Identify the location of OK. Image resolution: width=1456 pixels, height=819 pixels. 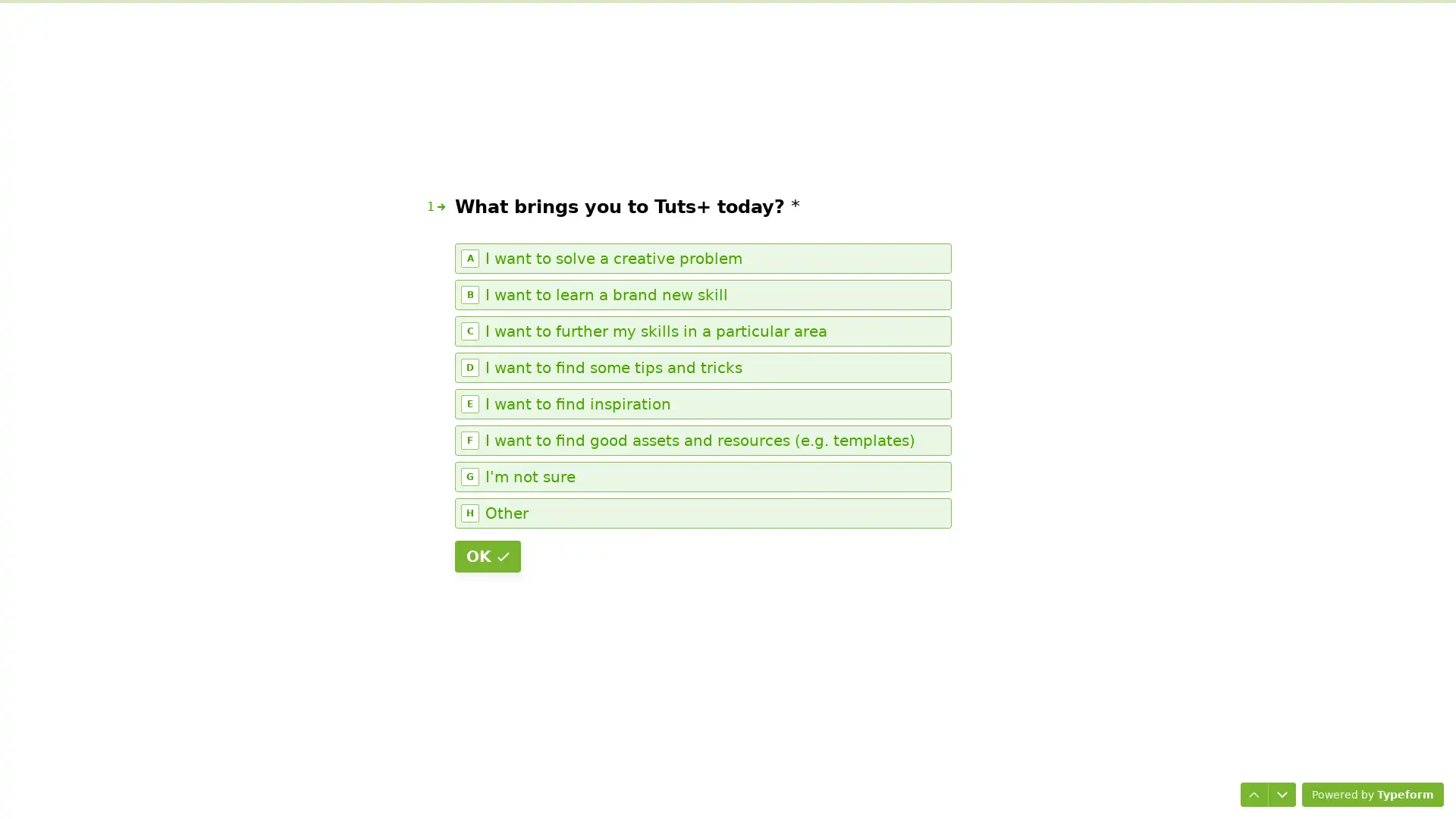
(488, 556).